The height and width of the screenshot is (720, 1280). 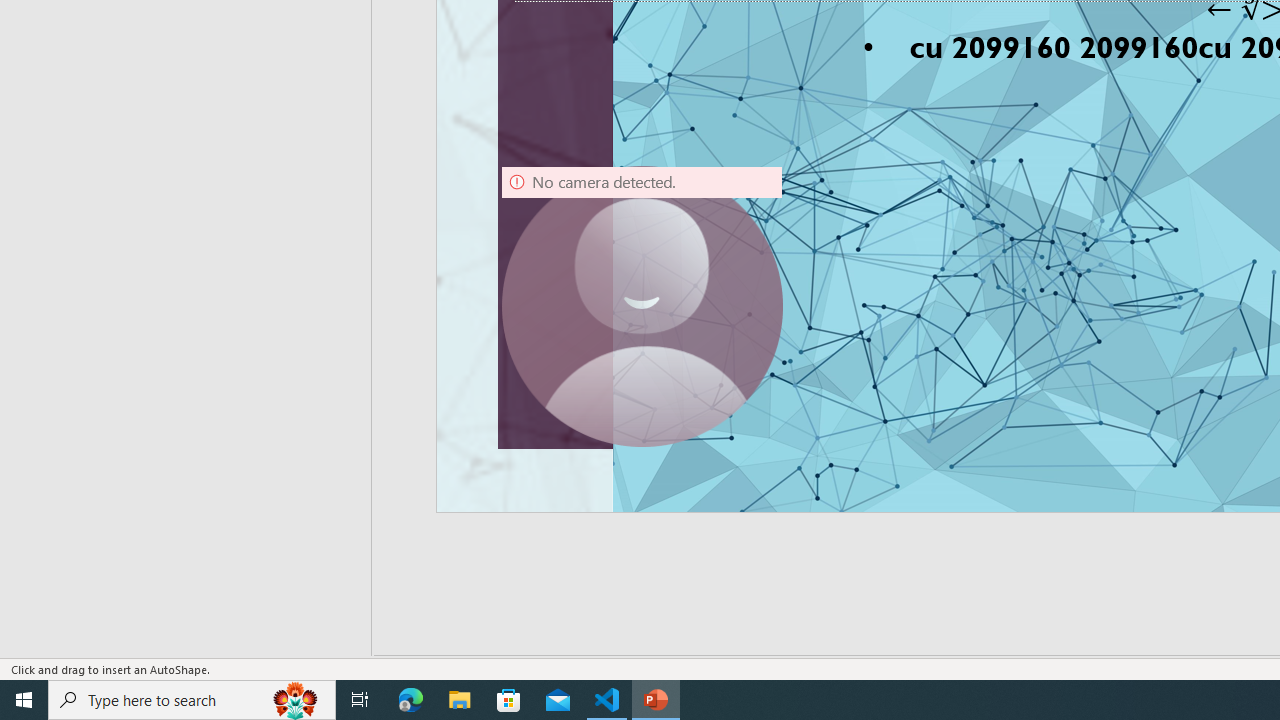 I want to click on 'Camera 9, No camera detected.', so click(x=641, y=307).